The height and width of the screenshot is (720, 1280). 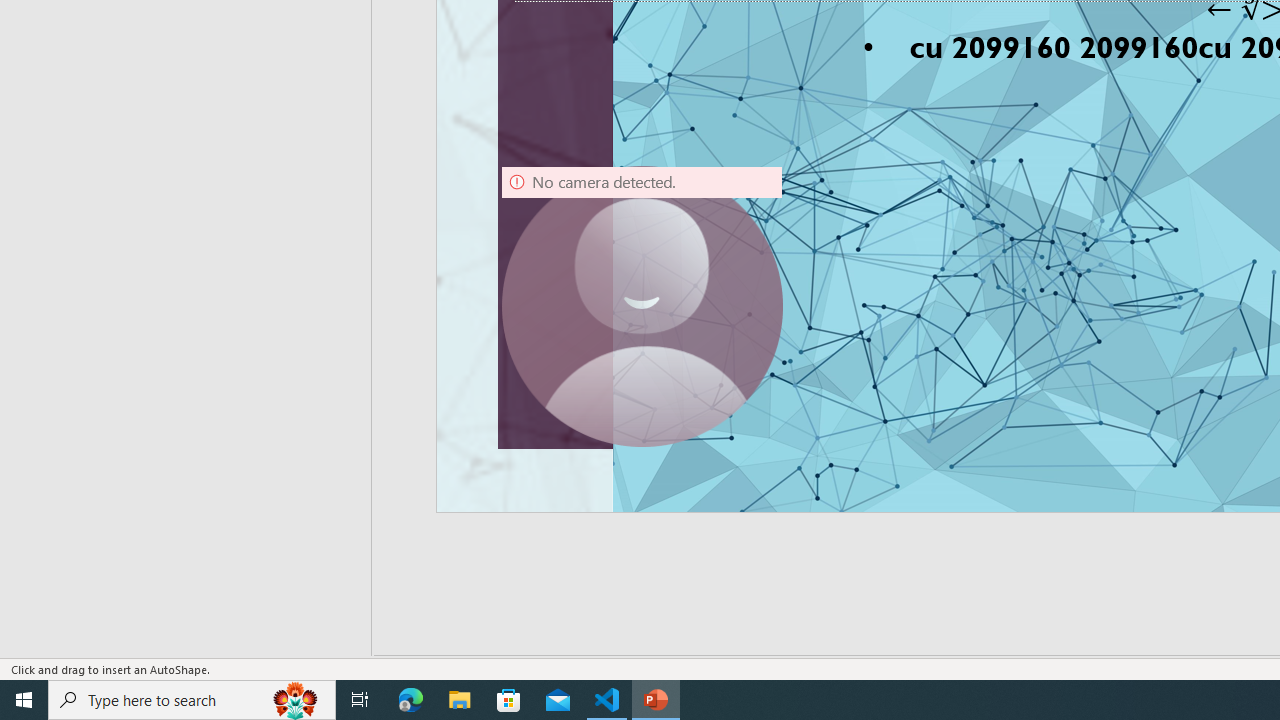 I want to click on 'Camera 9, No camera detected.', so click(x=641, y=307).